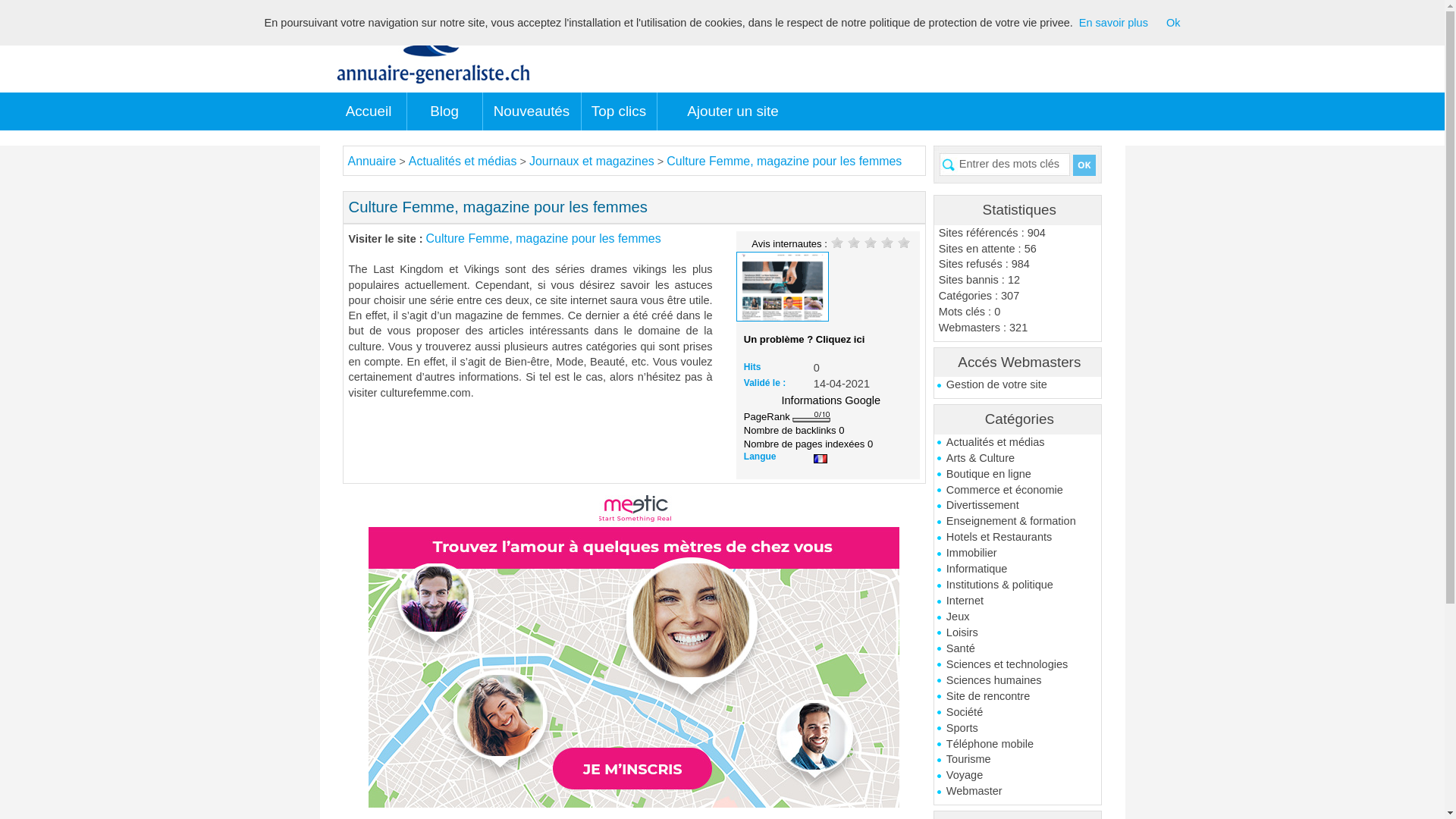 The image size is (1456, 819). I want to click on 'Sciences humaines', so click(1018, 679).